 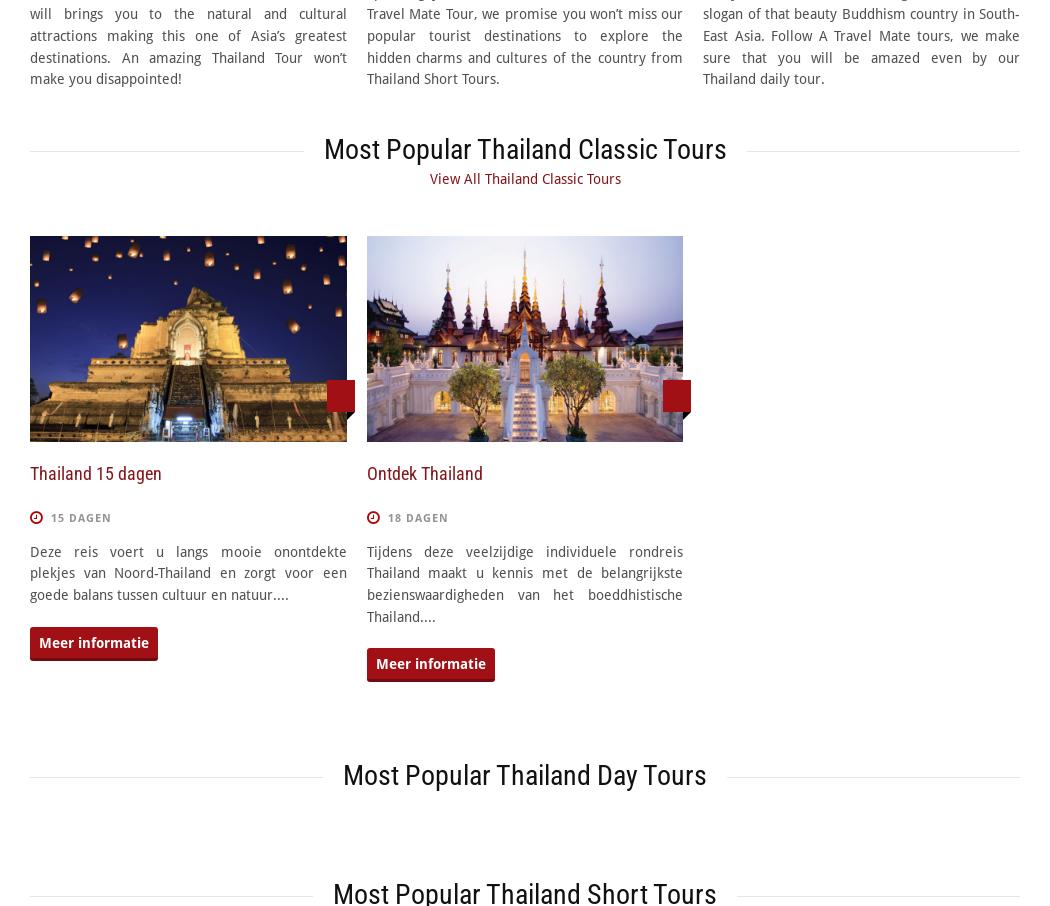 I want to click on 'View All  Thailand Classic Tours', so click(x=523, y=179).